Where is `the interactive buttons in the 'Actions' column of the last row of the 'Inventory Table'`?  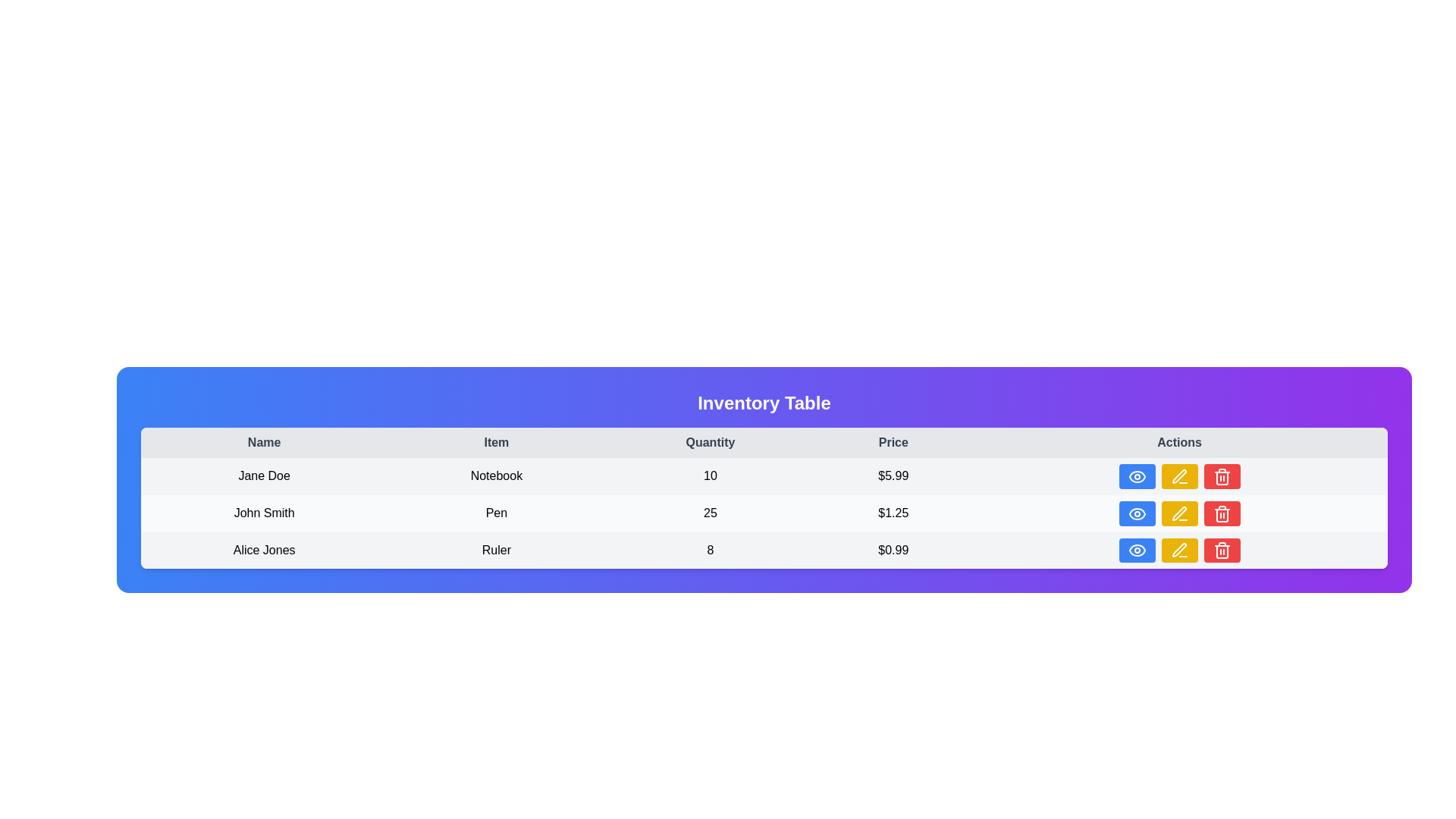 the interactive buttons in the 'Actions' column of the last row of the 'Inventory Table' is located at coordinates (1178, 550).